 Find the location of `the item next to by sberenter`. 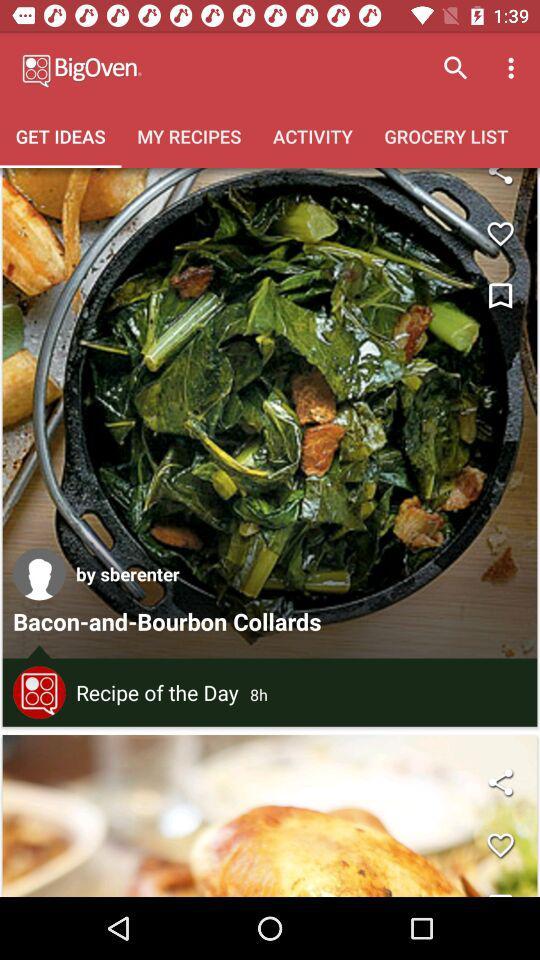

the item next to by sberenter is located at coordinates (39, 574).